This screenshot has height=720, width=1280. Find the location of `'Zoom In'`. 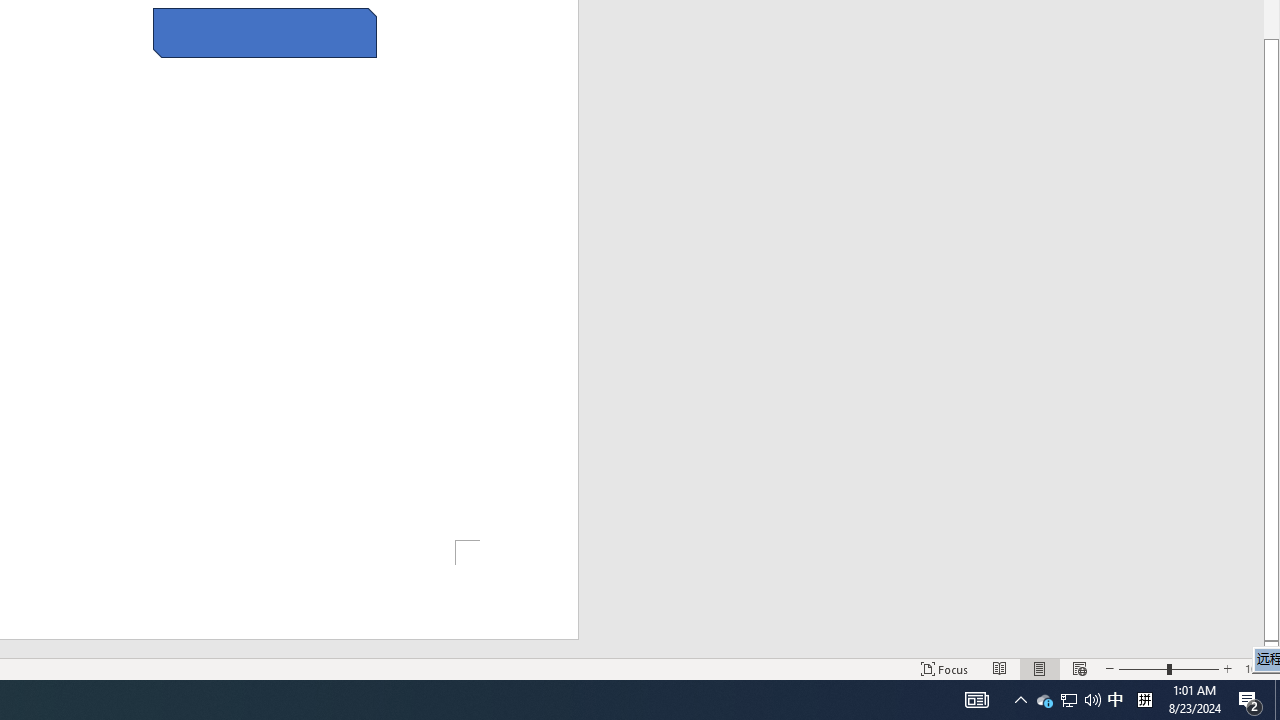

'Zoom In' is located at coordinates (1226, 669).